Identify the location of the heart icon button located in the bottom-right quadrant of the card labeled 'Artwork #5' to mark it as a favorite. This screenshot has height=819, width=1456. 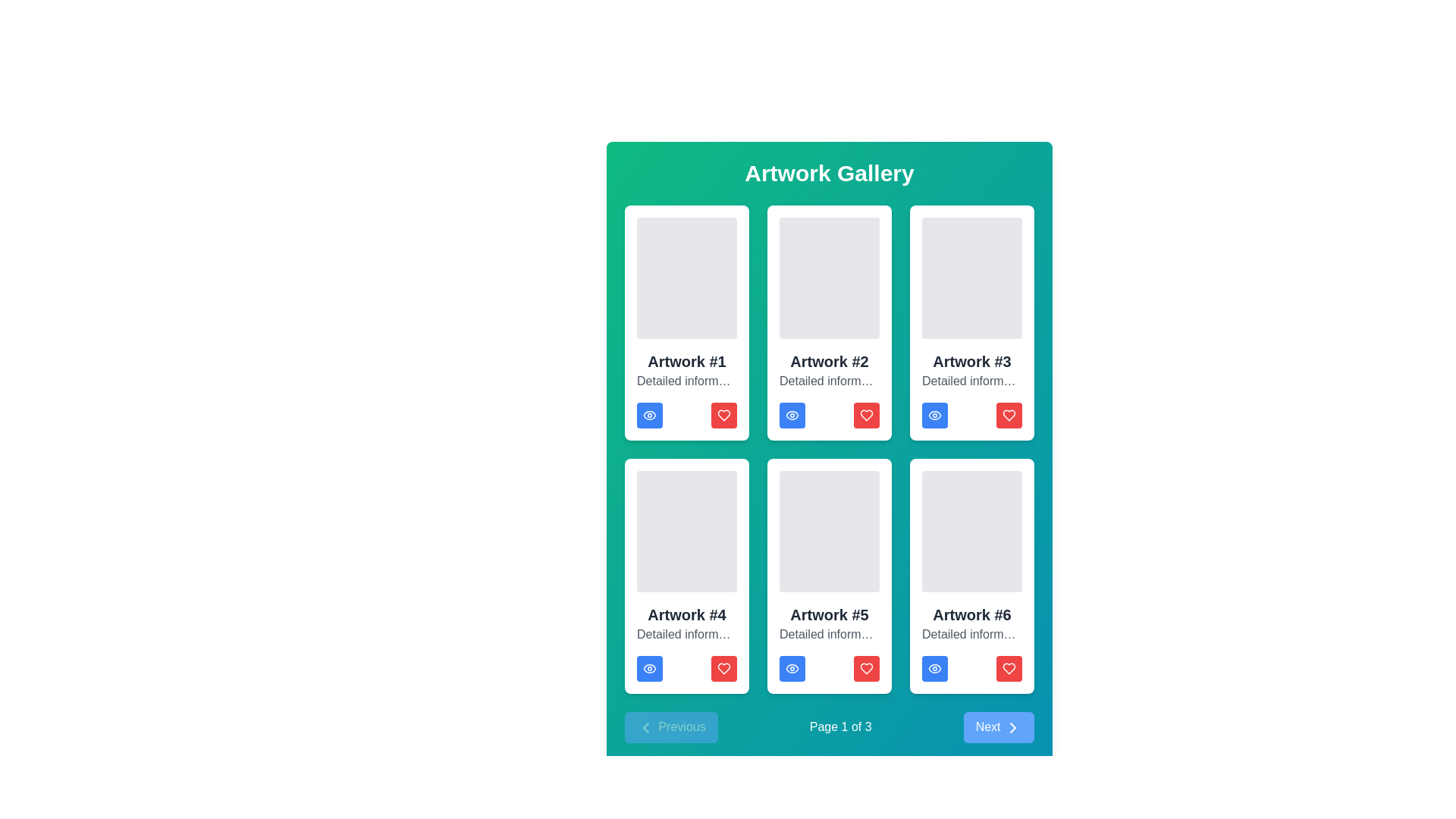
(723, 668).